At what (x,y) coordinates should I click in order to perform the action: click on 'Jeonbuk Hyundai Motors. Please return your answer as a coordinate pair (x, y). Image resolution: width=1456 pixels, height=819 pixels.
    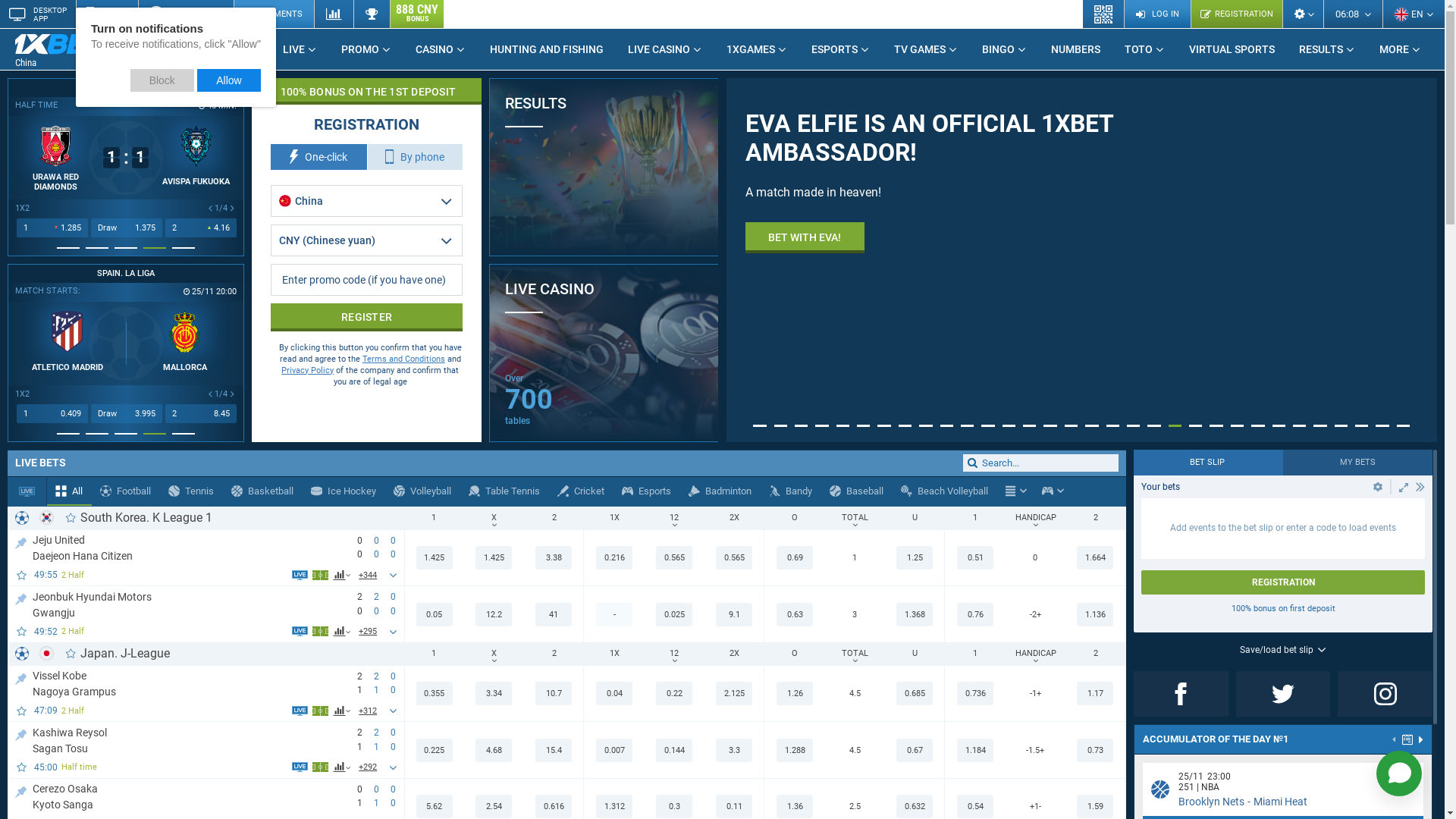
    Looking at the image, I should click on (33, 602).